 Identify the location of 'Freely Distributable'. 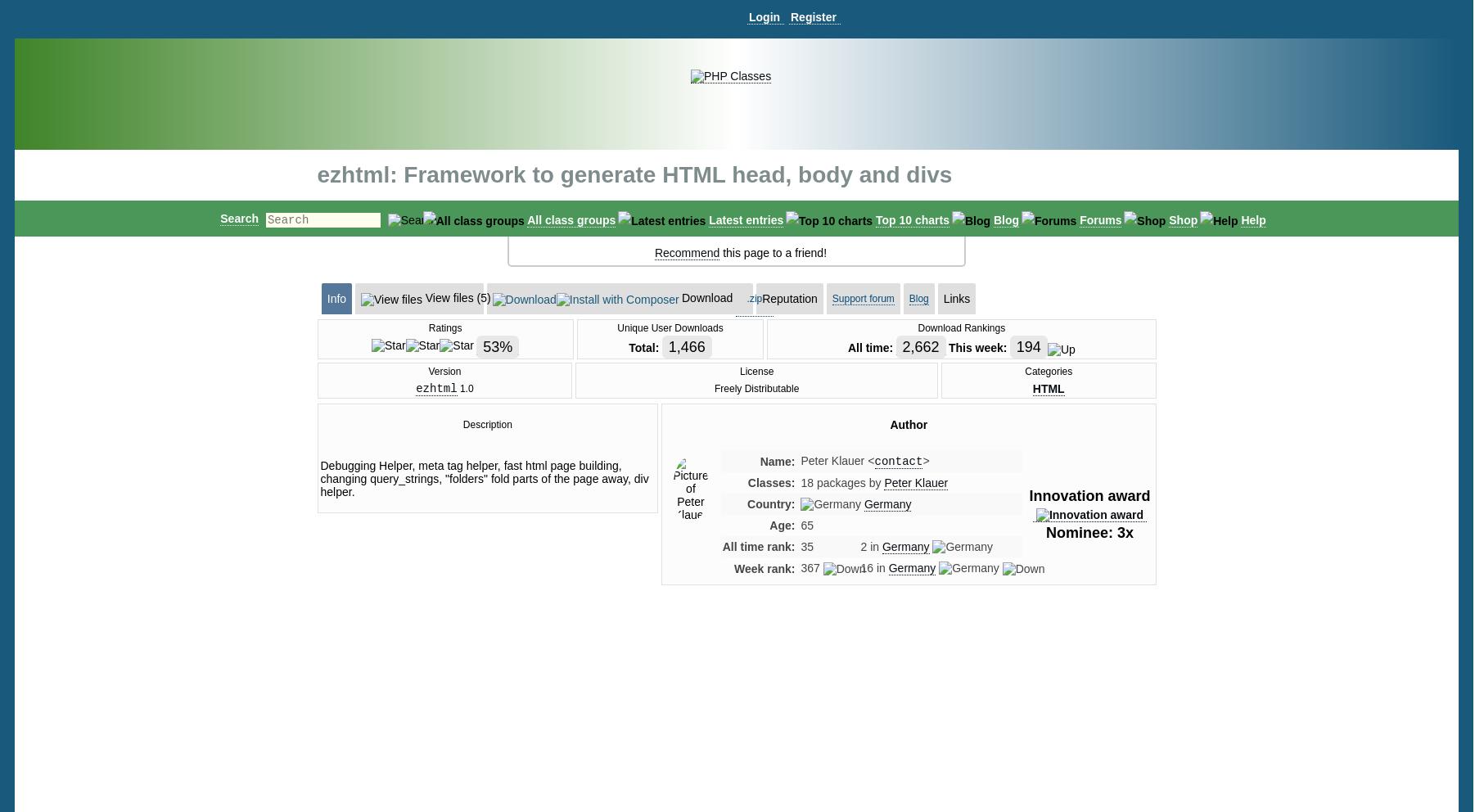
(756, 388).